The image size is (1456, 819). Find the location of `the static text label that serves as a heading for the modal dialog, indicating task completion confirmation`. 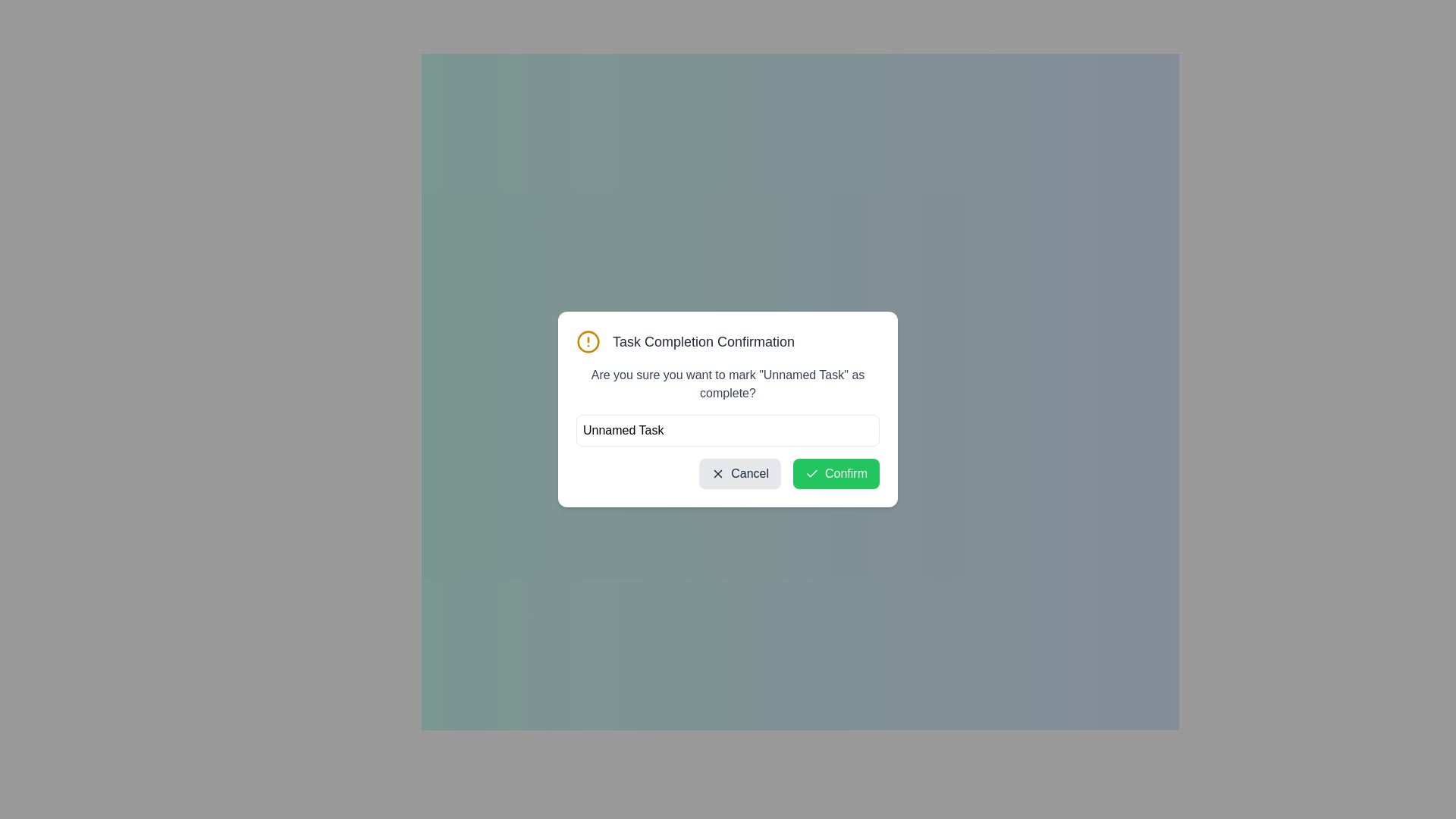

the static text label that serves as a heading for the modal dialog, indicating task completion confirmation is located at coordinates (703, 342).